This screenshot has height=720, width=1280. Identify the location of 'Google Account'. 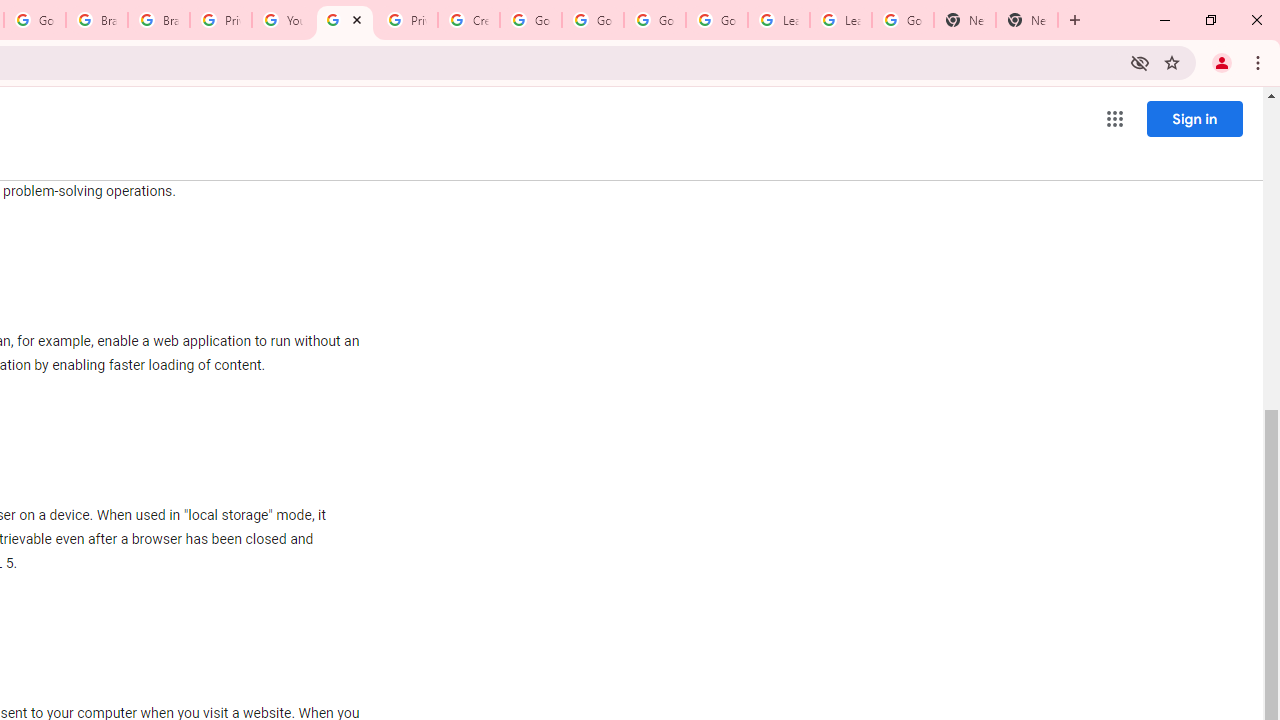
(902, 20).